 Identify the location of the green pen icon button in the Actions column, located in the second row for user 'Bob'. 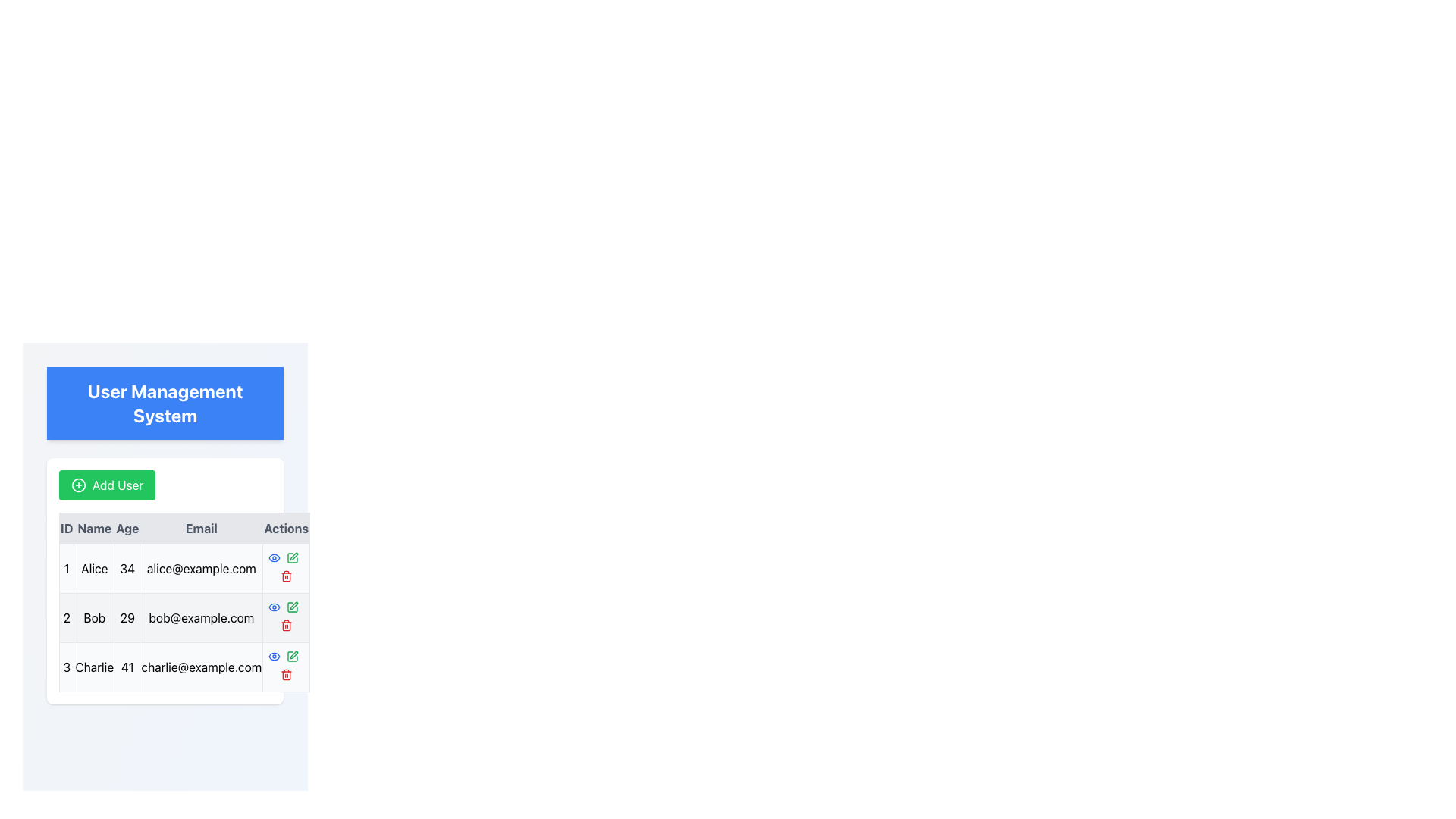
(292, 558).